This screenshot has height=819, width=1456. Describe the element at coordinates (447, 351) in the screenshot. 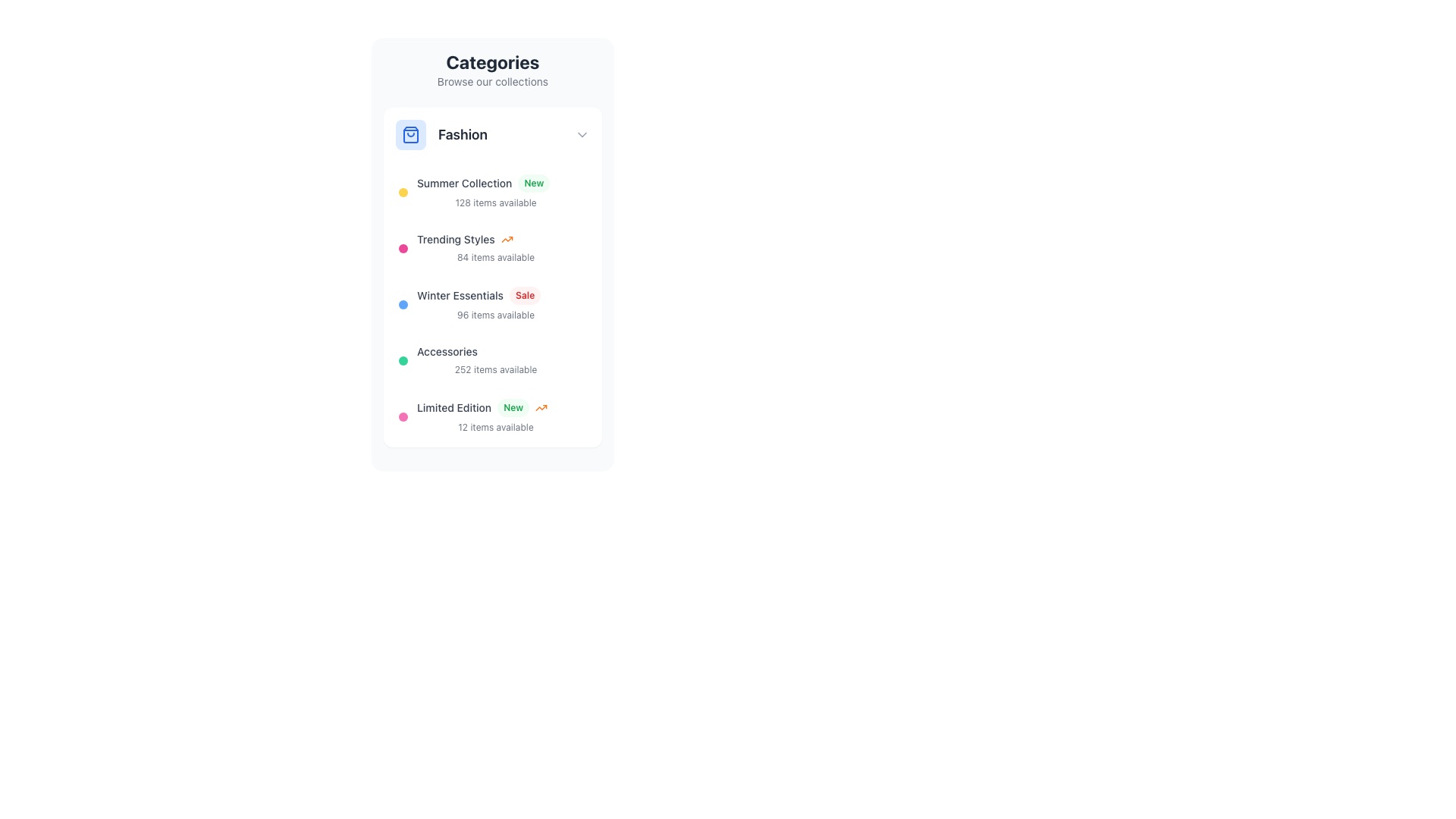

I see `the 'Accessories' text label, which is the fourth element in the vertical list of categories within the fashion section, styled in gray with a hover effect that changes it to blue` at that location.